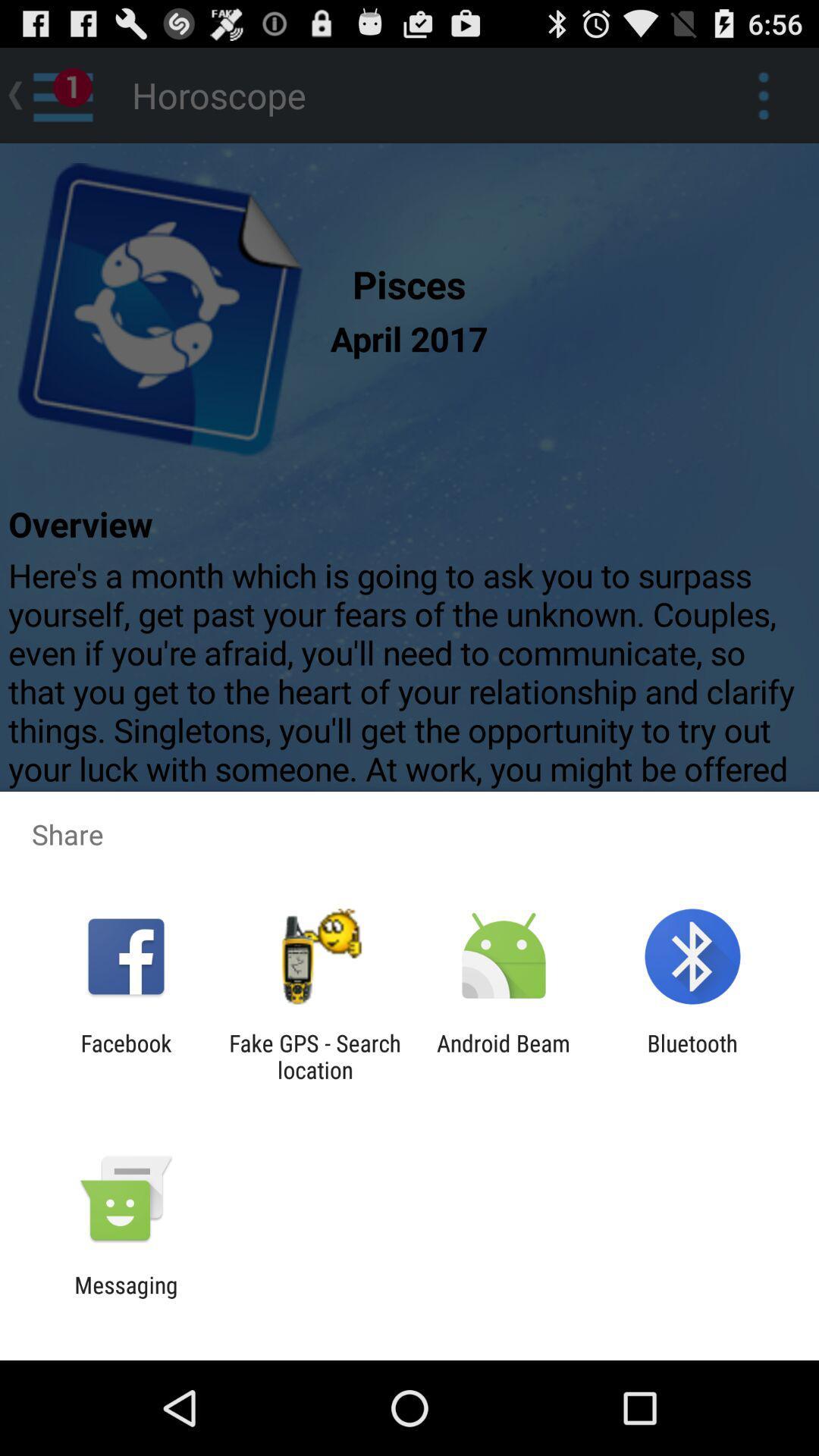  What do you see at coordinates (504, 1056) in the screenshot?
I see `item next to the fake gps search item` at bounding box center [504, 1056].